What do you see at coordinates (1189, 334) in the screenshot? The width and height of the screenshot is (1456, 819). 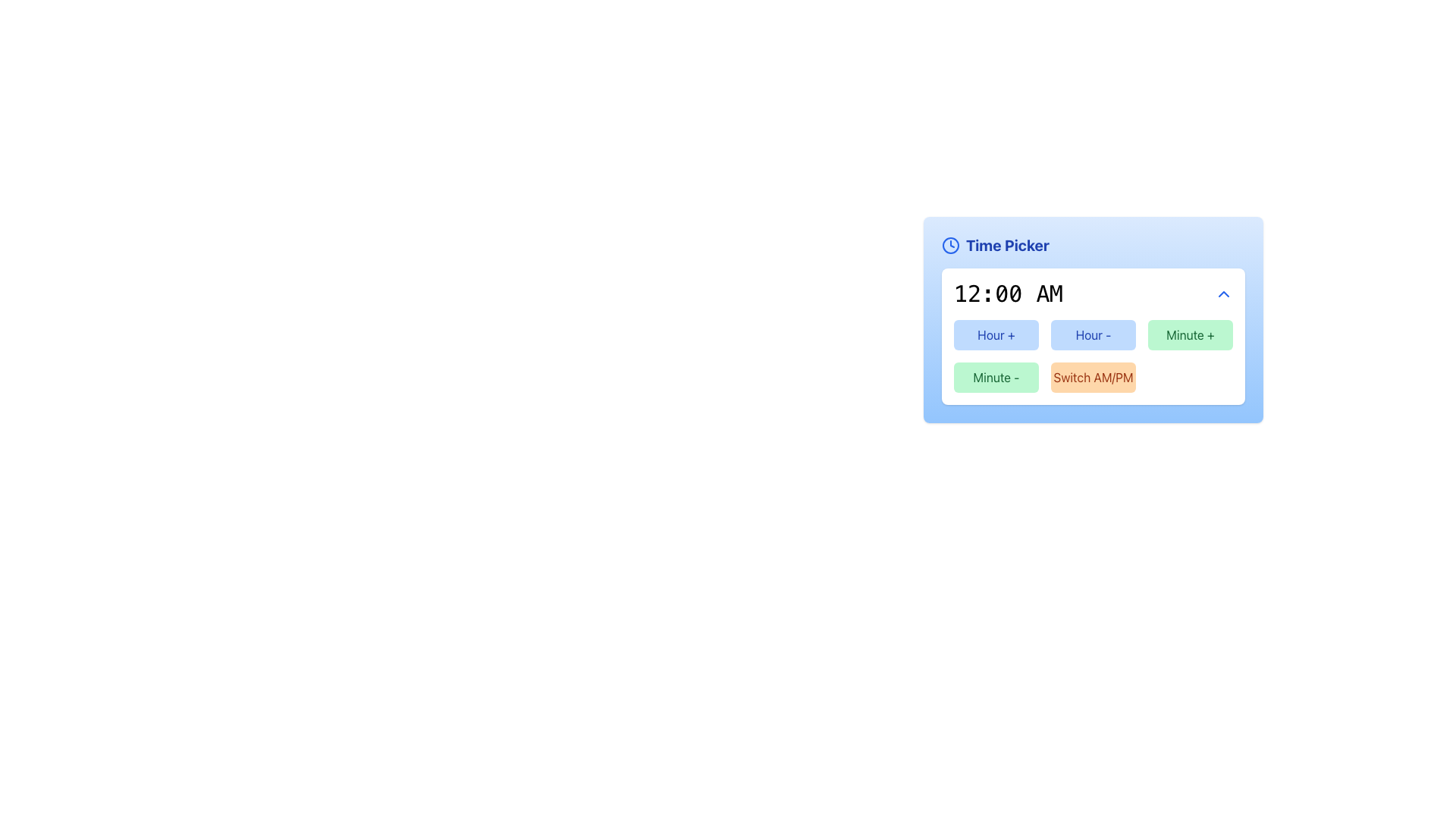 I see `the increment minute button located in the top right corner of the time selection interface` at bounding box center [1189, 334].